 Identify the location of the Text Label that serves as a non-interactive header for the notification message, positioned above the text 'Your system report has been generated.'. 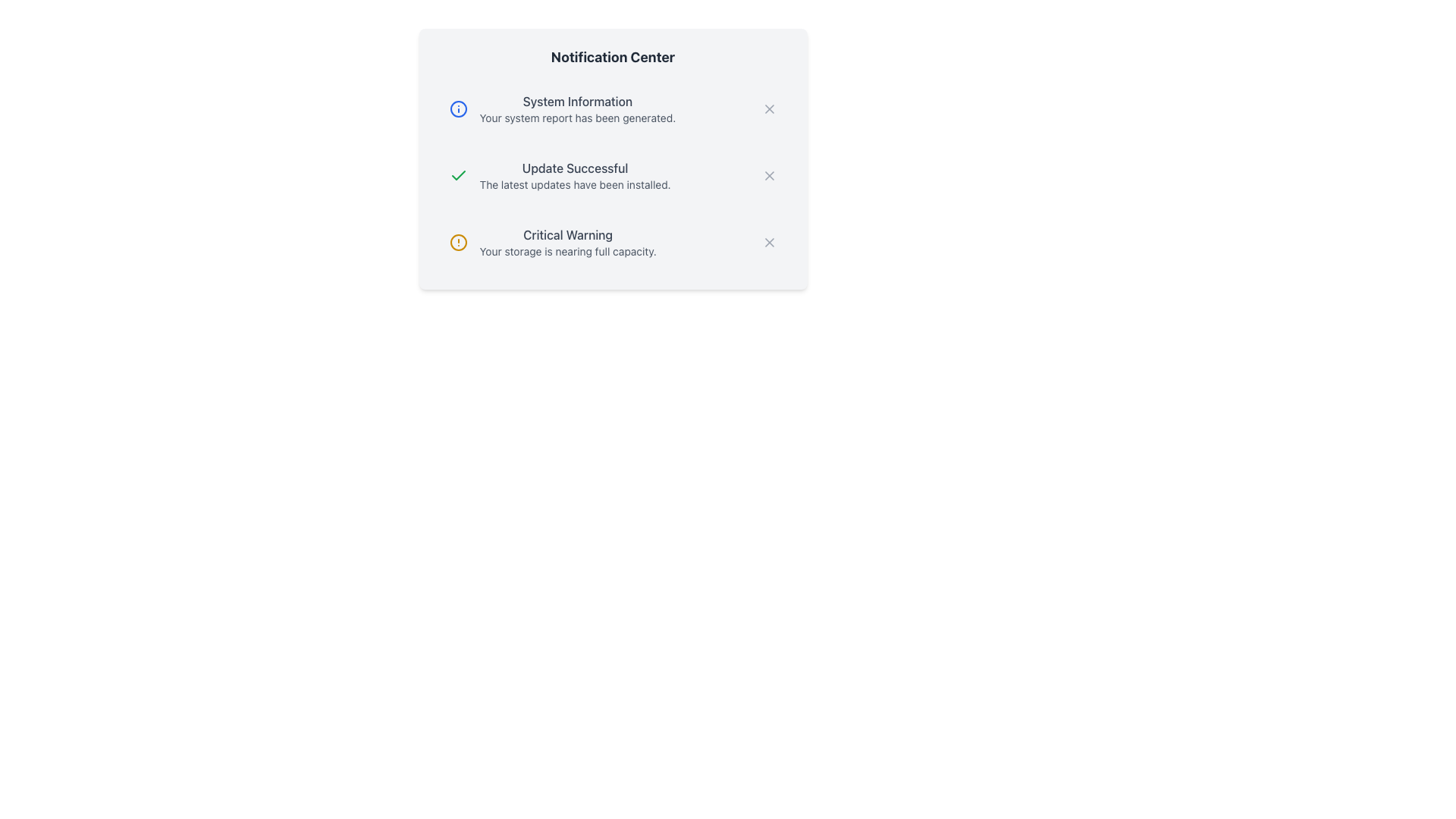
(576, 102).